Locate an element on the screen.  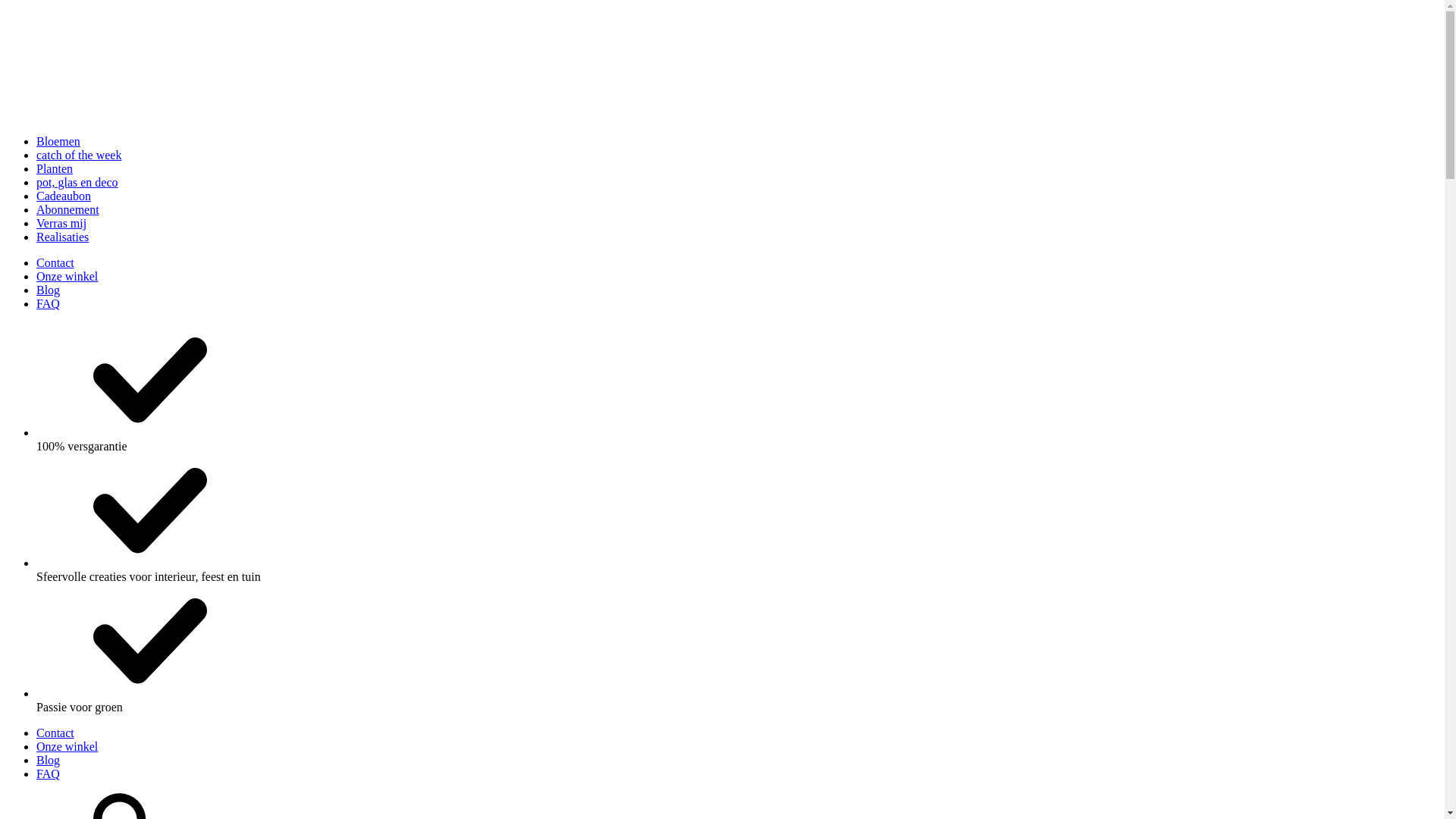
'Onze winkel' is located at coordinates (66, 276).